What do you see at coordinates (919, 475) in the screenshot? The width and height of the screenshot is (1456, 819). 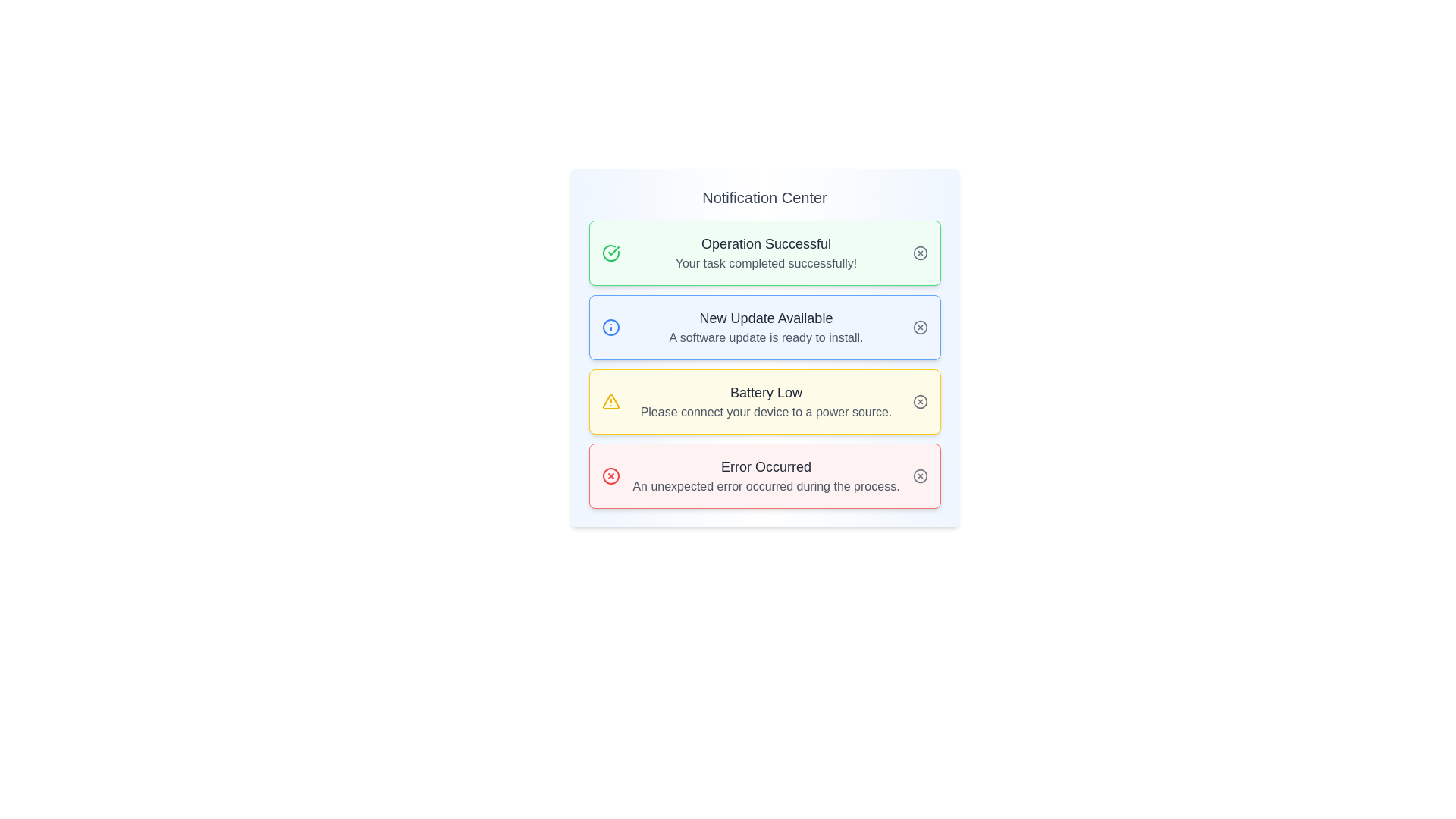 I see `the dismiss button located at the far right of the 'Error Occurred' notification card` at bounding box center [919, 475].